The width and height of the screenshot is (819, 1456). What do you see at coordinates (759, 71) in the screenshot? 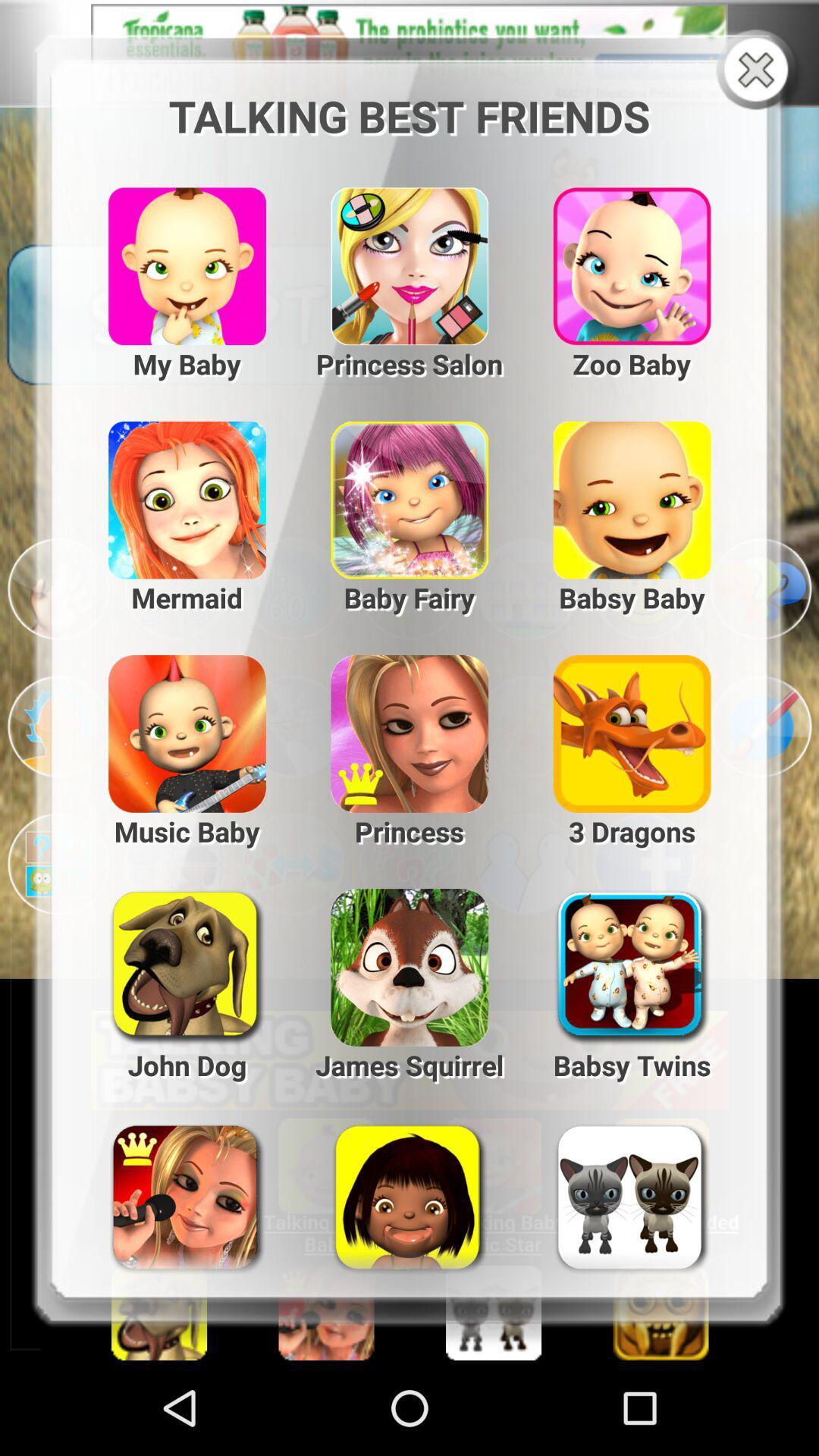
I see `page` at bounding box center [759, 71].